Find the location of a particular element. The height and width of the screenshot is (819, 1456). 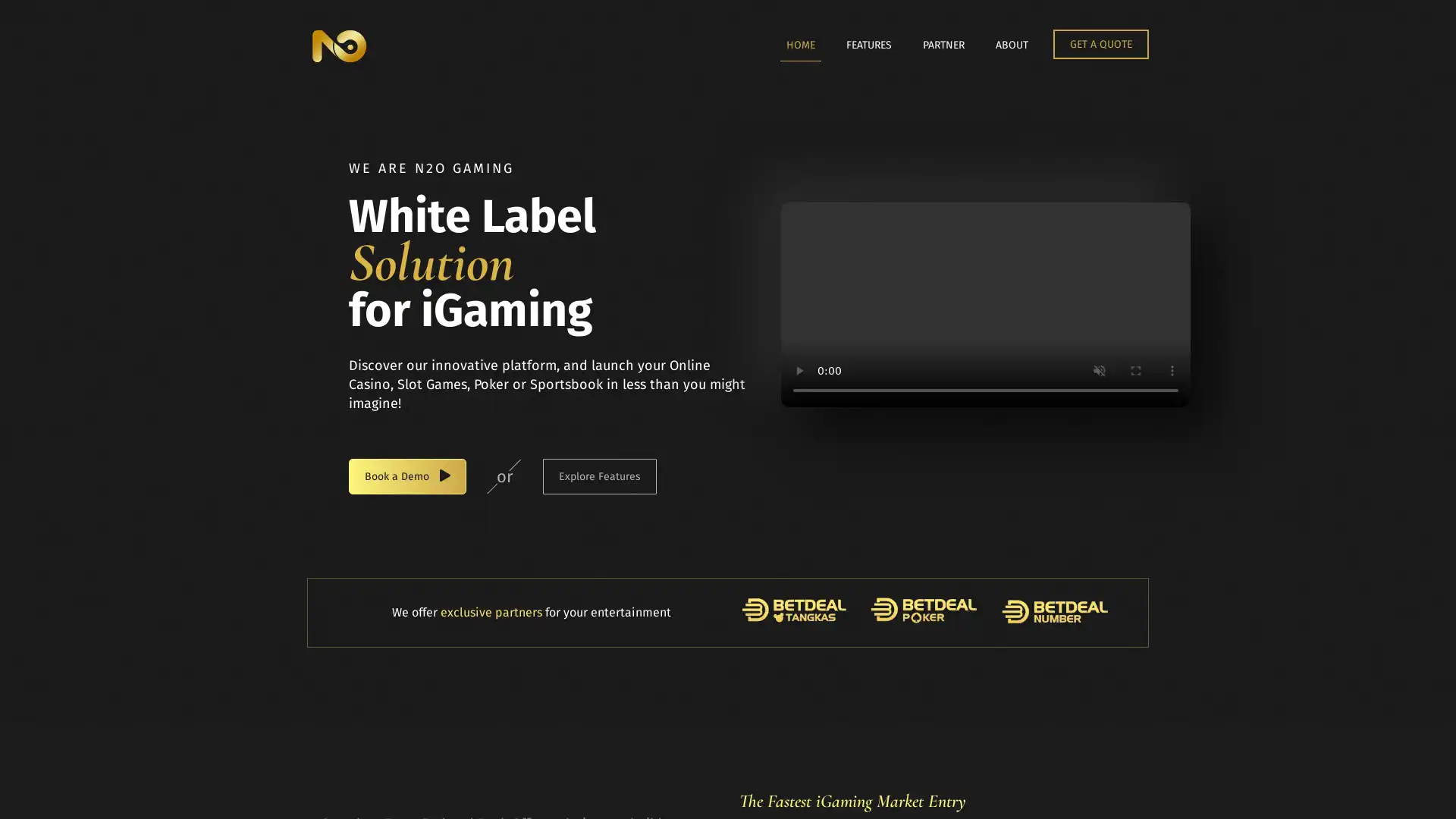

enter full screen is located at coordinates (1135, 371).